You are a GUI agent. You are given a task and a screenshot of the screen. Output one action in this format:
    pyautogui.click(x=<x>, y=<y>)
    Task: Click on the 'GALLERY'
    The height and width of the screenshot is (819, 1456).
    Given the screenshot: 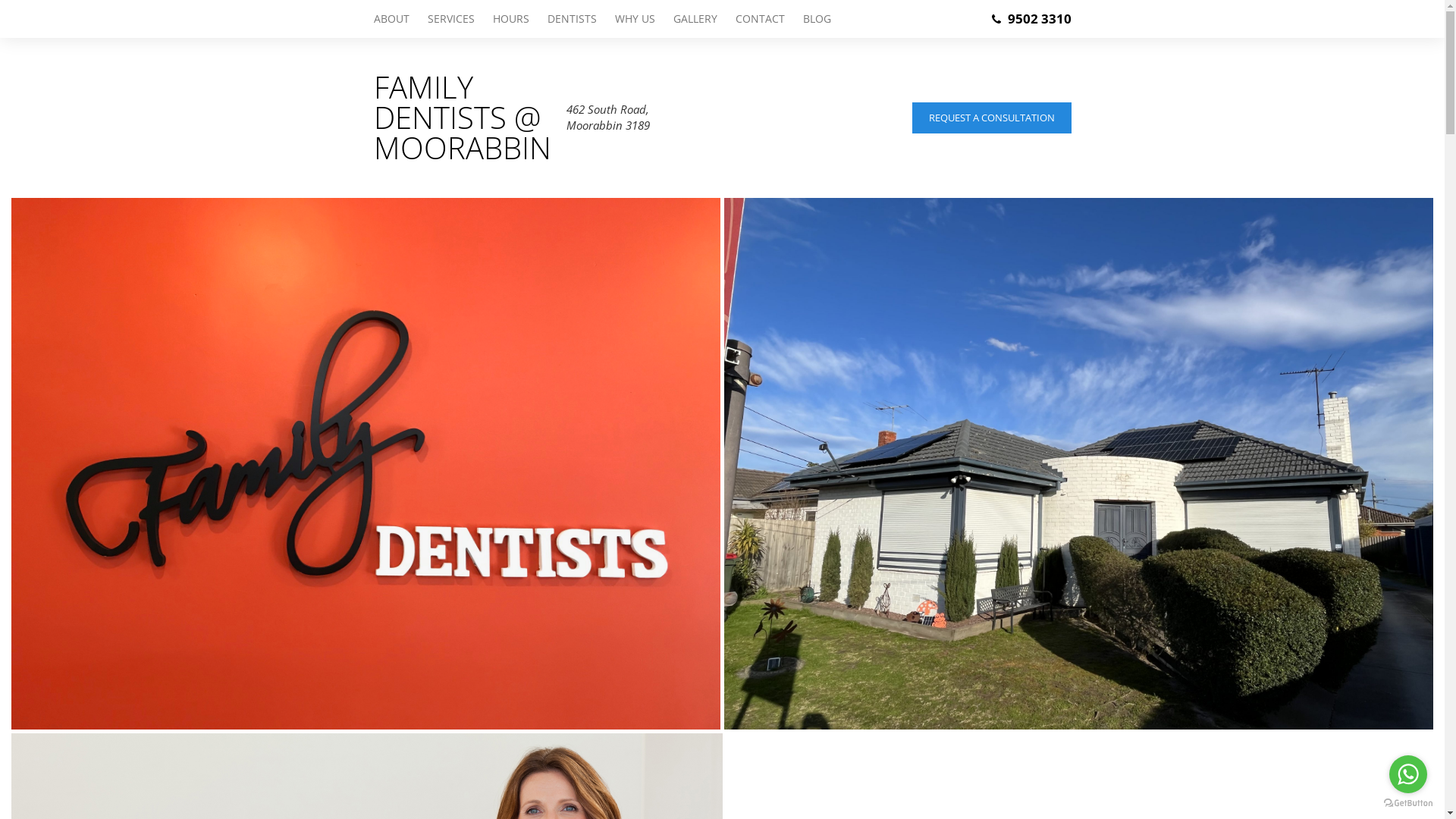 What is the action you would take?
    pyautogui.click(x=694, y=18)
    